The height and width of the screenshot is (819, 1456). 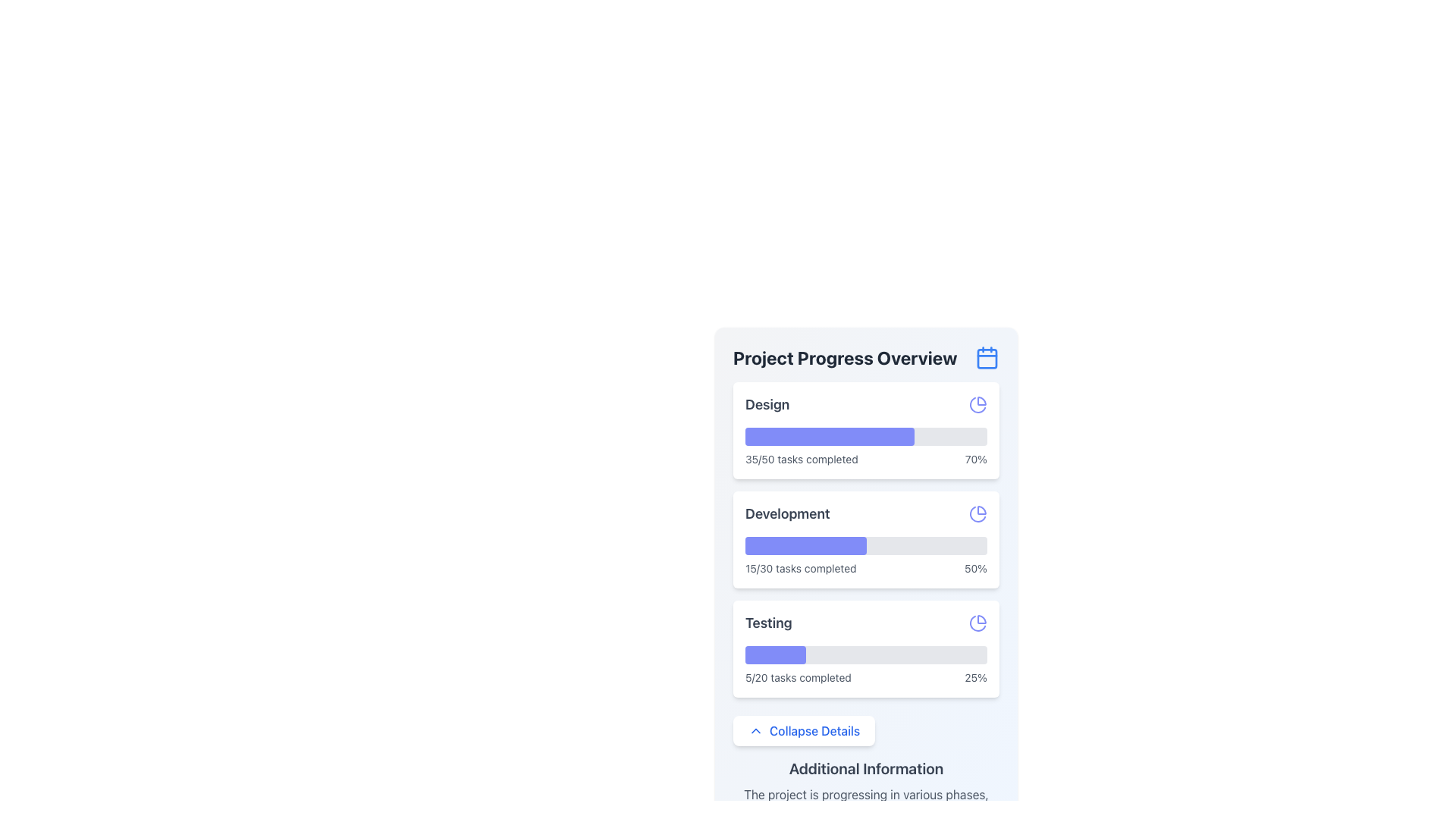 I want to click on the text label that serves as a title for the 'Design' phase within the 'Project Progress Overview' section, located to the left of the pie chart icon, so click(x=767, y=403).